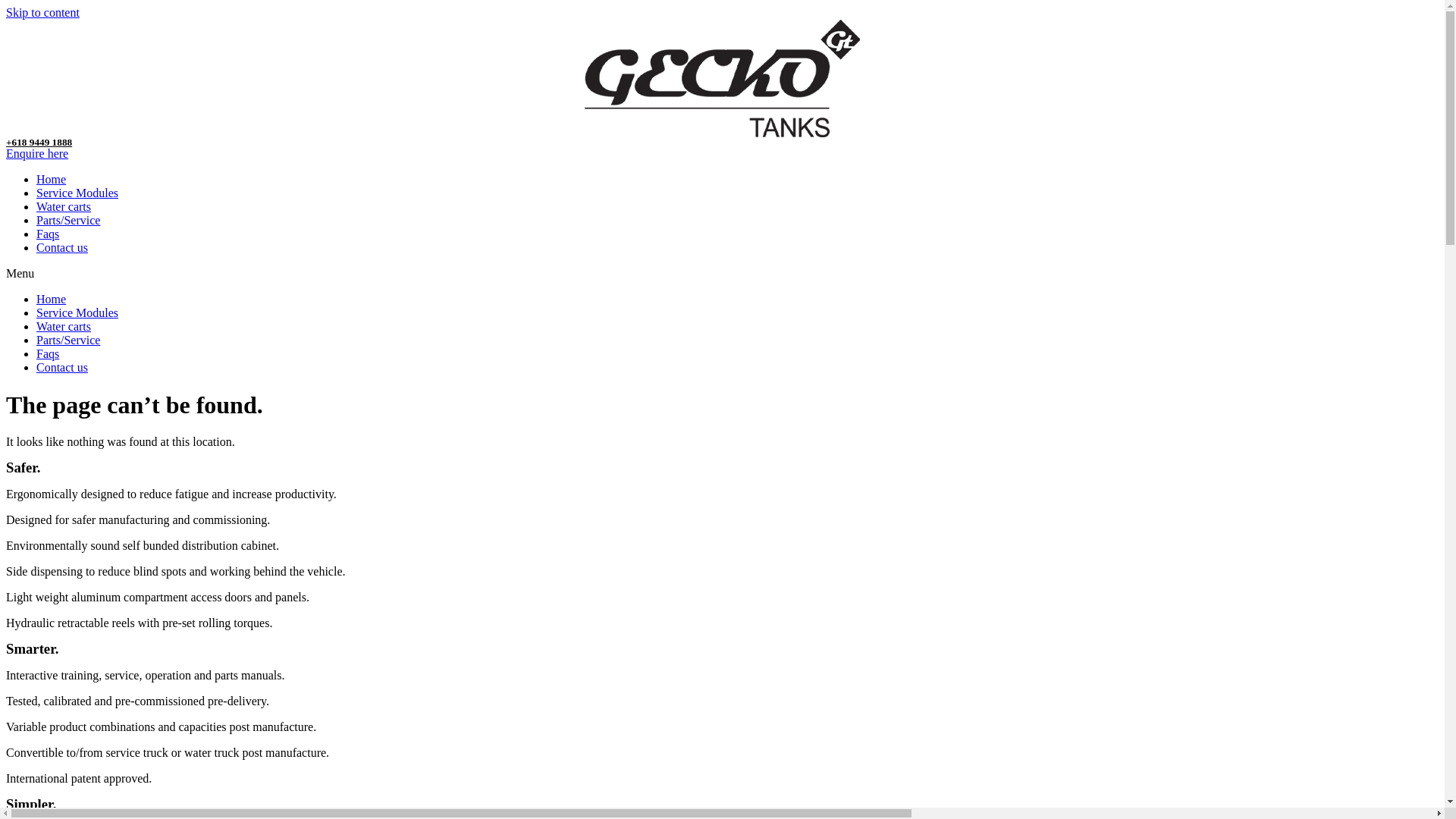 The height and width of the screenshot is (819, 1456). I want to click on 'Water carts', so click(62, 206).